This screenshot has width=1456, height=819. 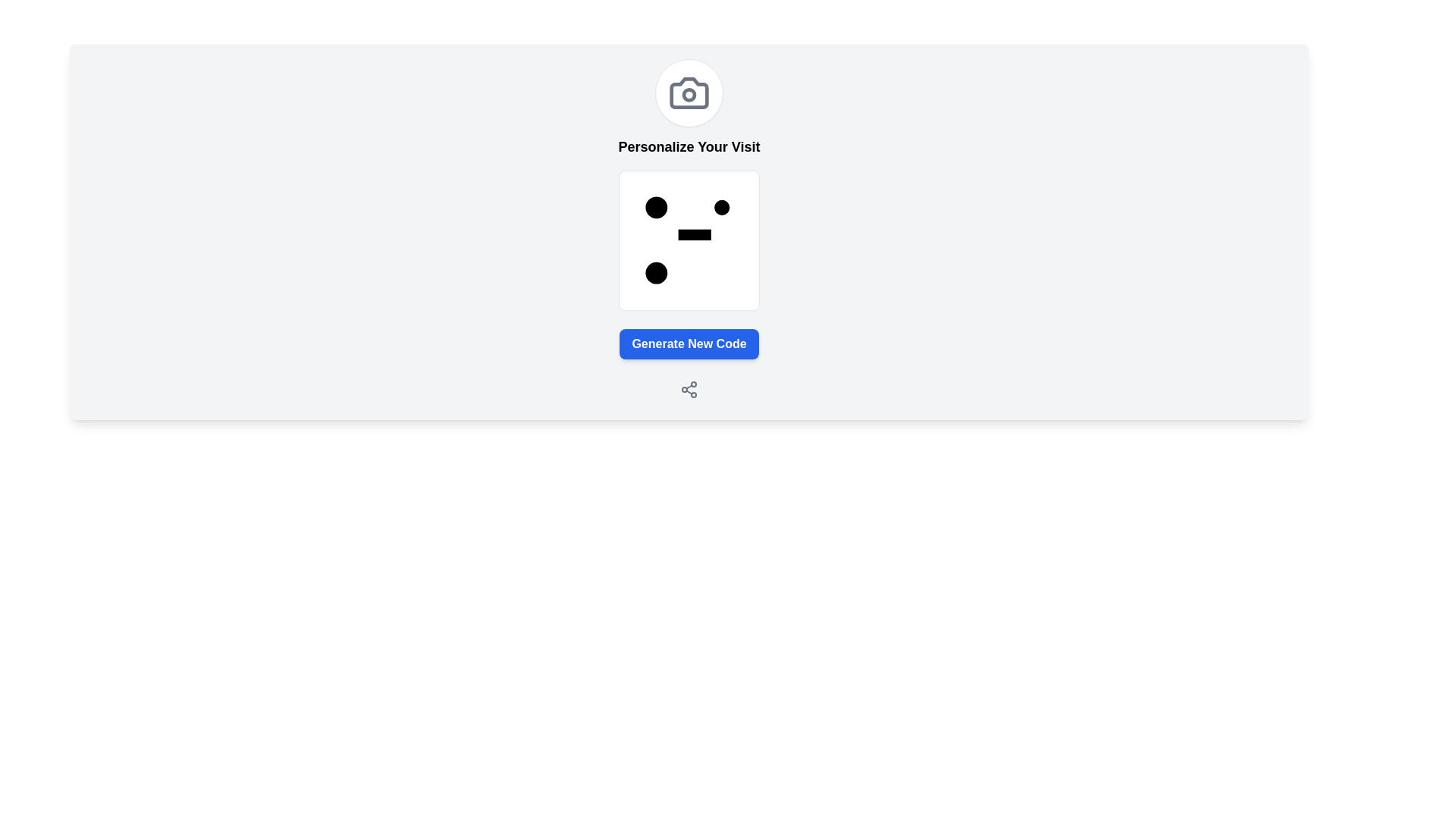 I want to click on the button located below the white square panel with black visual elements and the text 'Personalize Your Visit', so click(x=688, y=344).